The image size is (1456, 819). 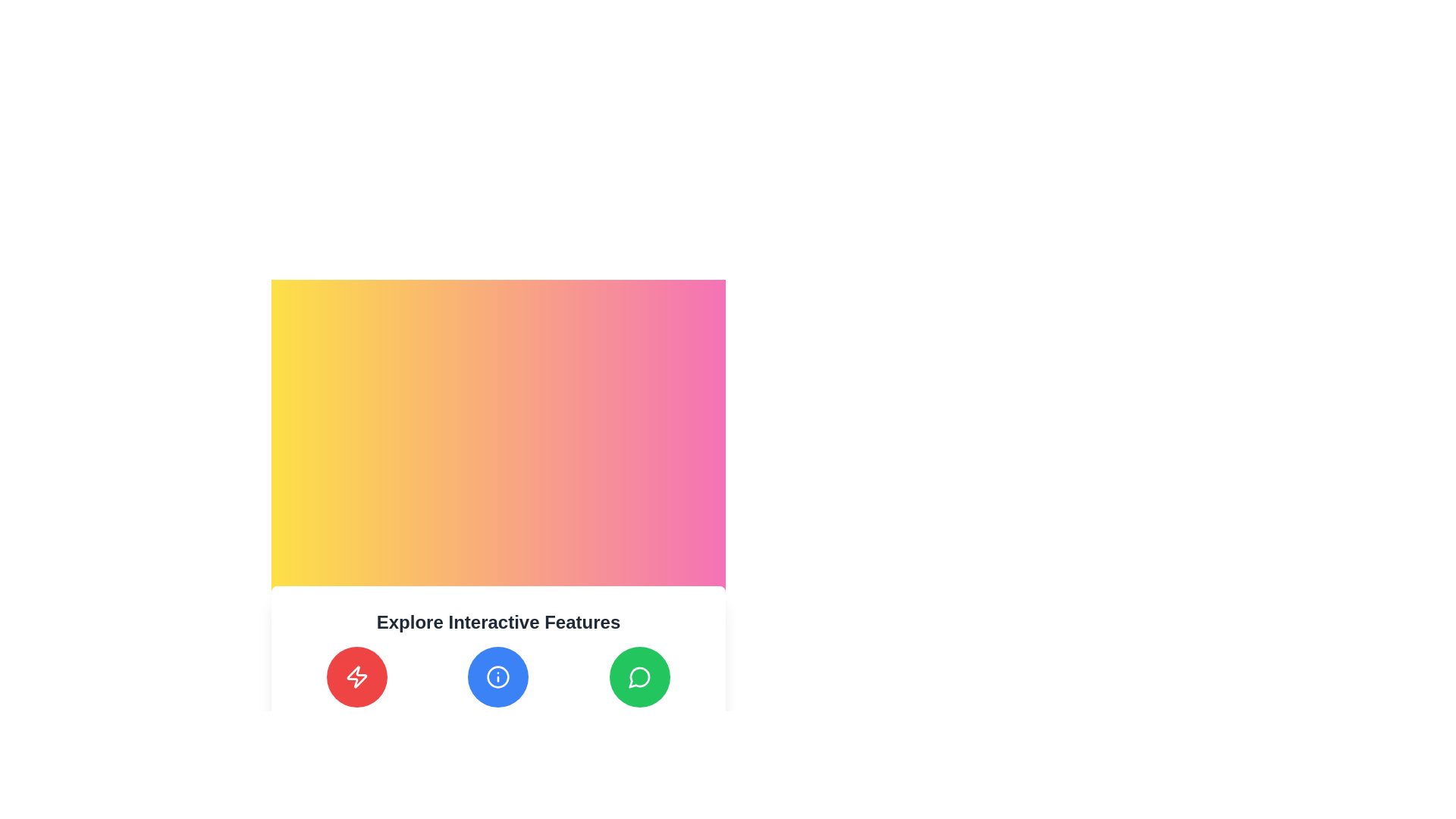 What do you see at coordinates (639, 676) in the screenshot?
I see `the right-most circular button in the 'Connect and Chat' section` at bounding box center [639, 676].